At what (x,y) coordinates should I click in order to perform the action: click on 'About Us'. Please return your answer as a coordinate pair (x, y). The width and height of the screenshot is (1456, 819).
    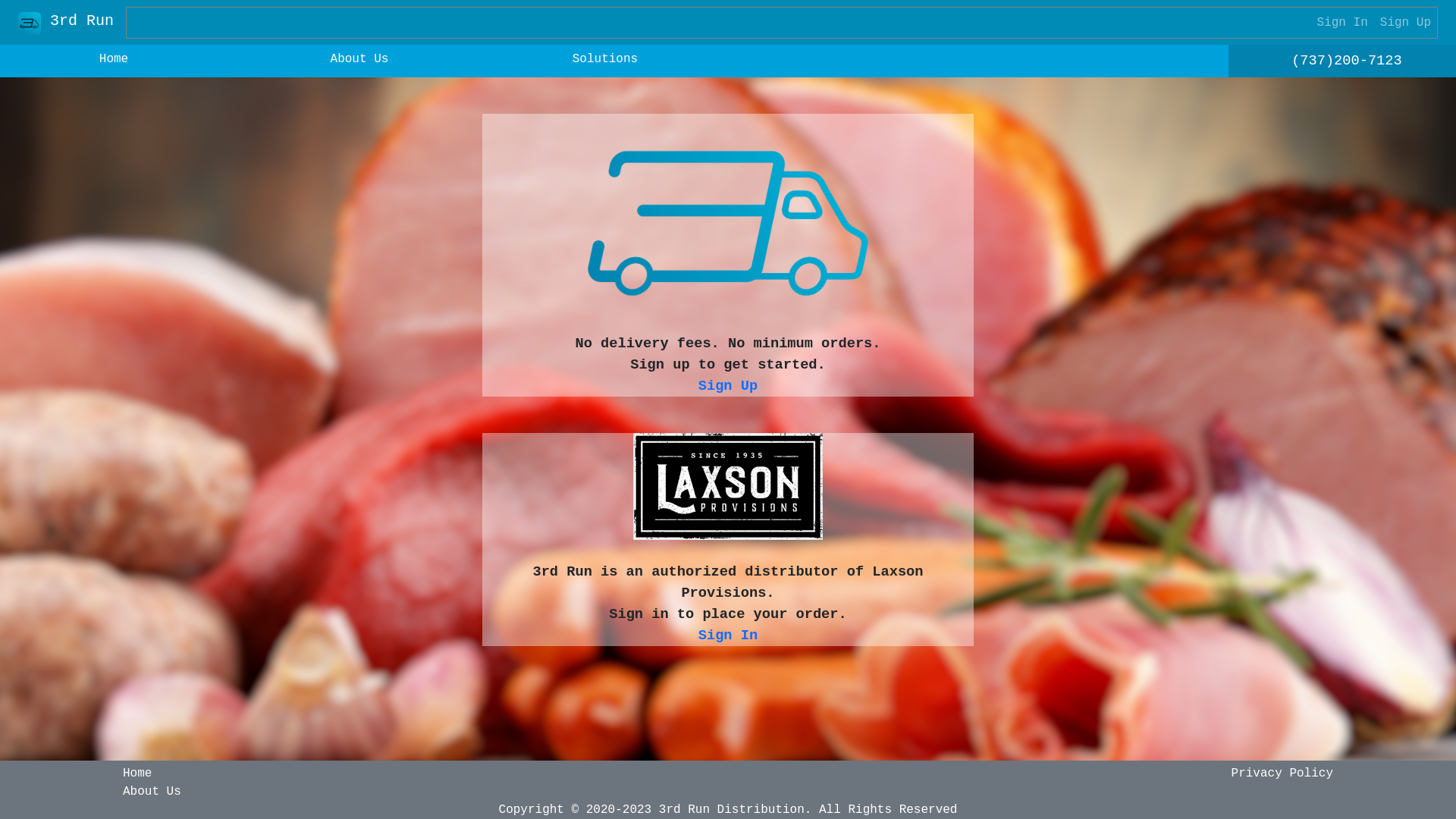
    Looking at the image, I should click on (152, 791).